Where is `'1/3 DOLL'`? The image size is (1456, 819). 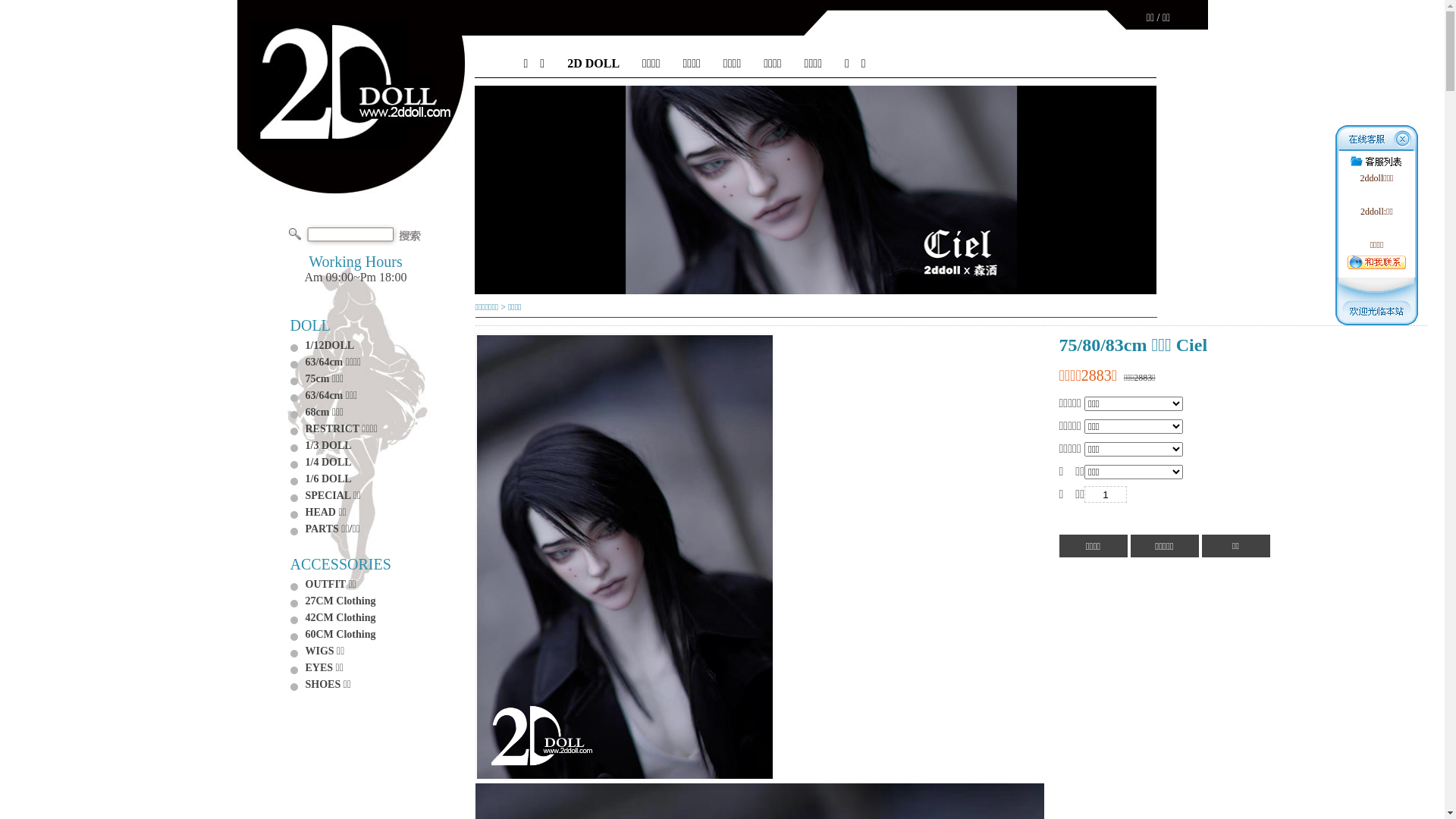
'1/3 DOLL' is located at coordinates (327, 444).